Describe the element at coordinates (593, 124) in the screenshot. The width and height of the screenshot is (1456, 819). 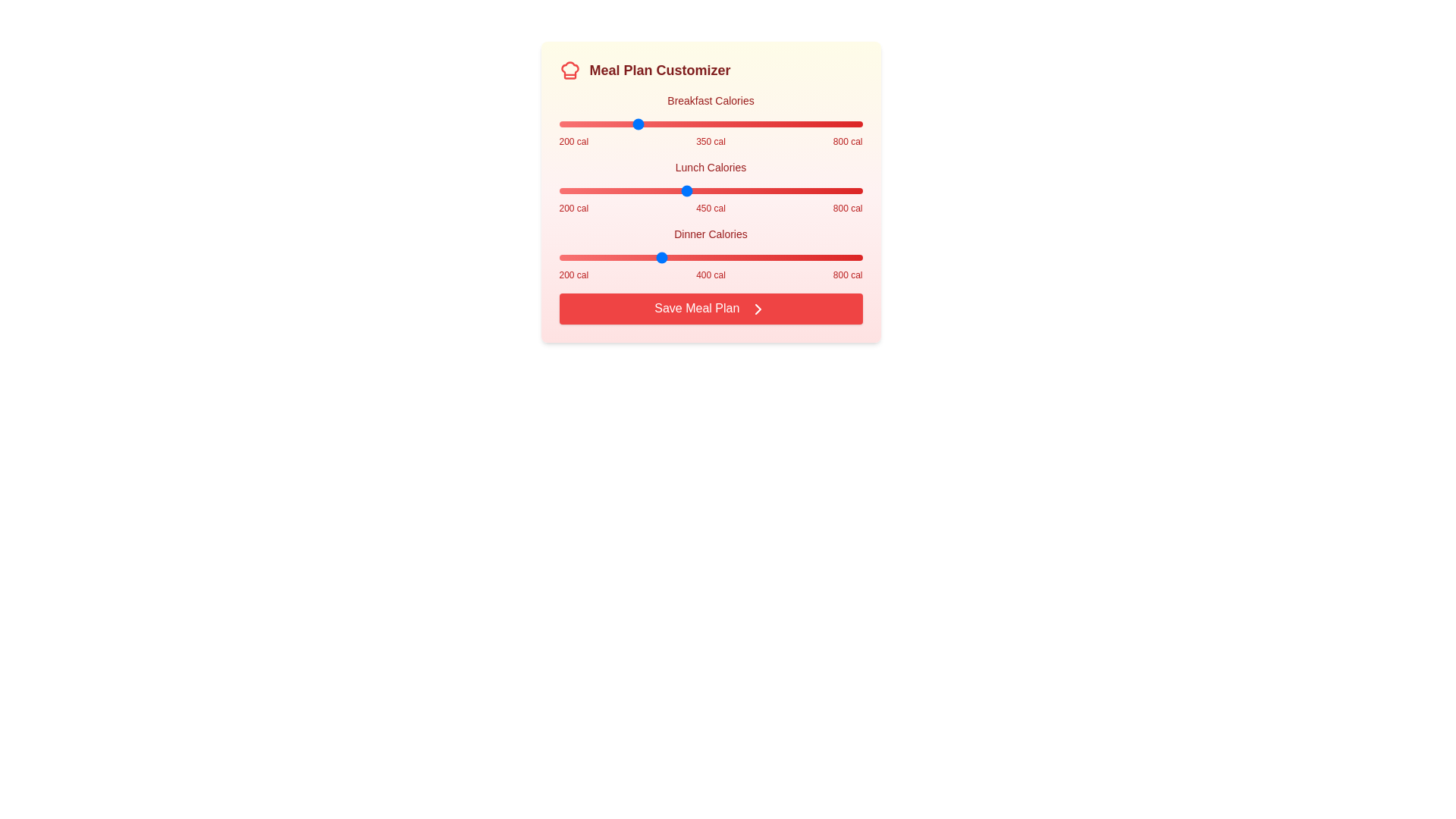
I see `the Breakfast Calories slider to 269 calories` at that location.